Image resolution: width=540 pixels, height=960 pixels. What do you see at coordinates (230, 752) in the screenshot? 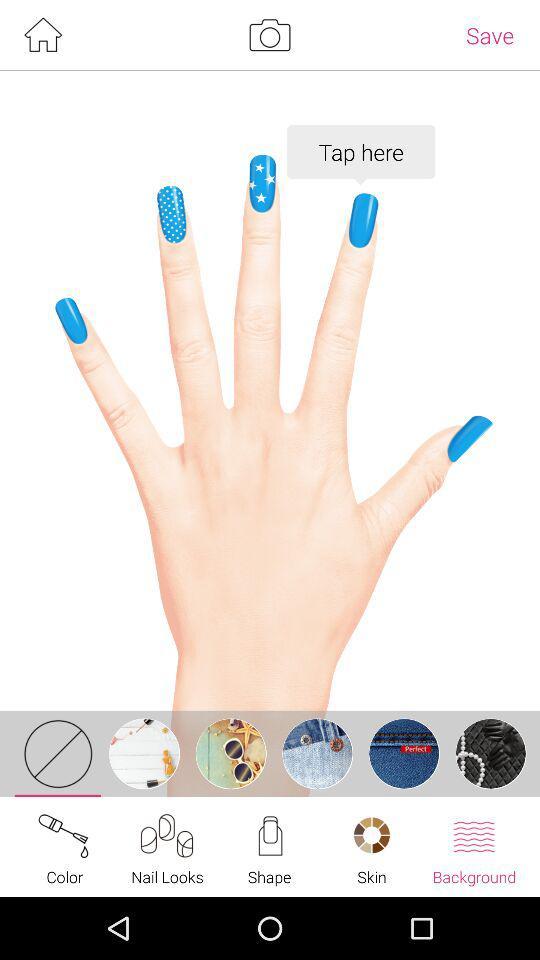
I see `the third image which is in between the texts nail looks and shape` at bounding box center [230, 752].